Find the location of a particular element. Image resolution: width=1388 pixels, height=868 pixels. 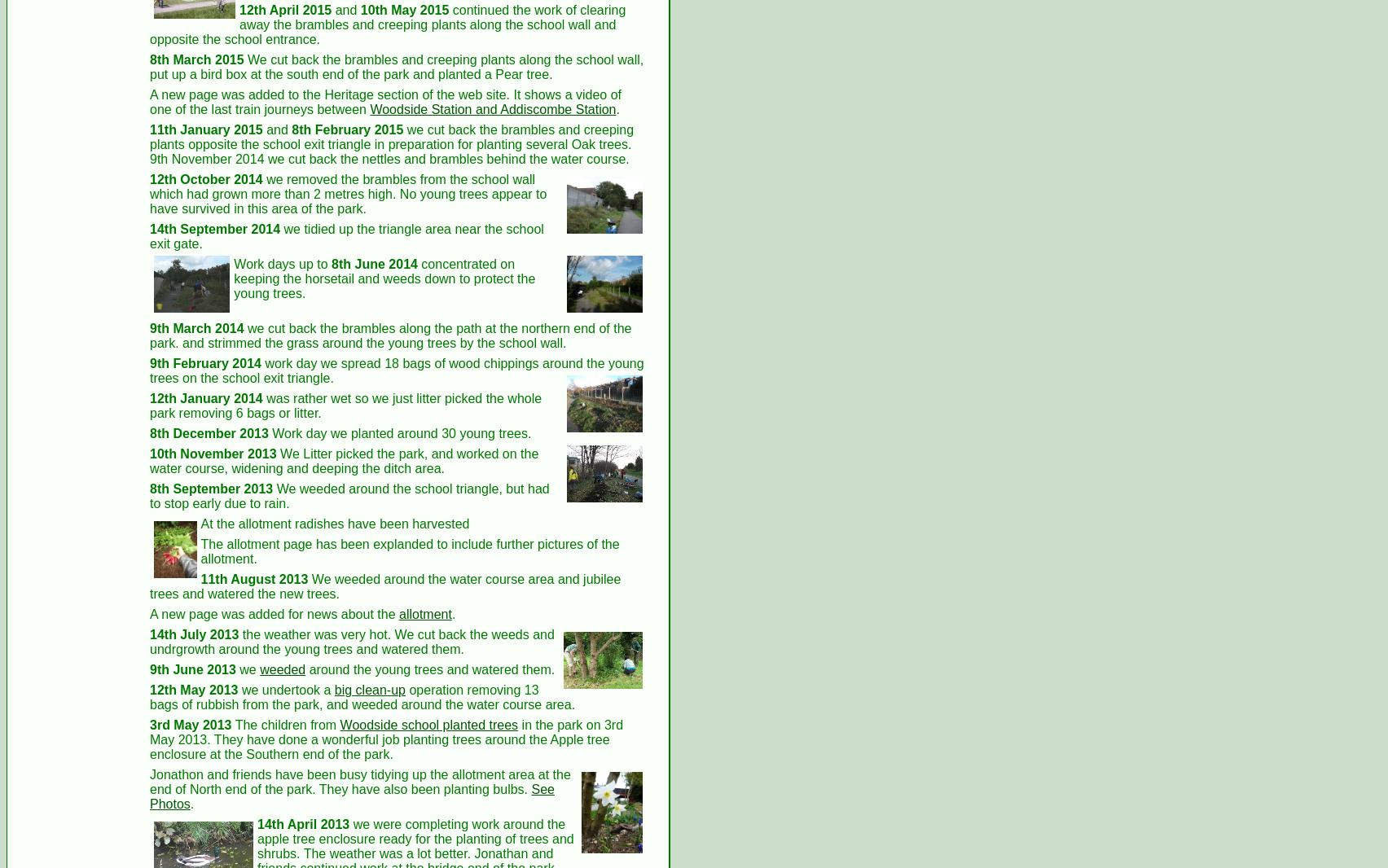

'Jonathon and friends have been busy tidying up the allotment area at the end of North end of the park. They have also been planting bulbs.' is located at coordinates (360, 782).